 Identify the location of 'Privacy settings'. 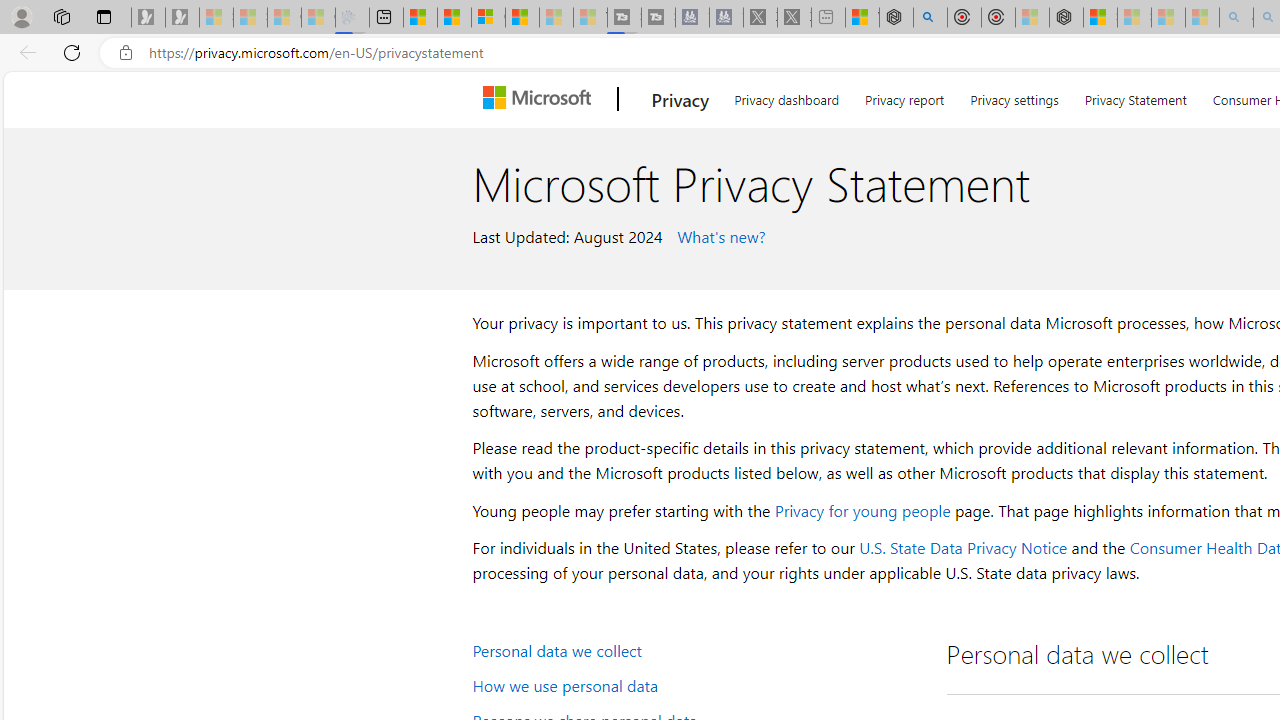
(1015, 96).